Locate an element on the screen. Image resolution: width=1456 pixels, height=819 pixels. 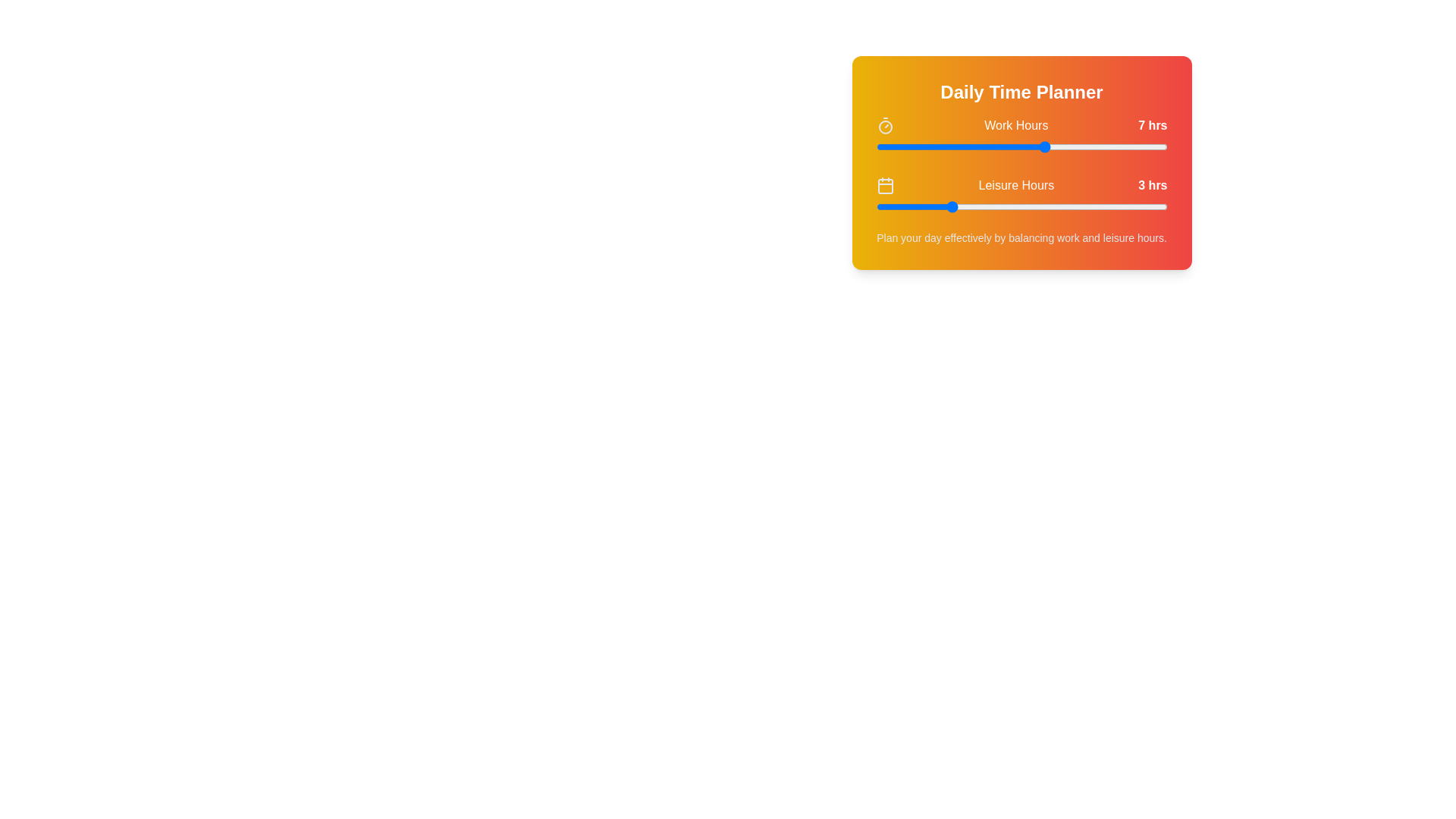
the 'Work Hours' text label, which is styled with a medium font weight and located within a horizontal layout group, near the top of the card is located at coordinates (1016, 124).